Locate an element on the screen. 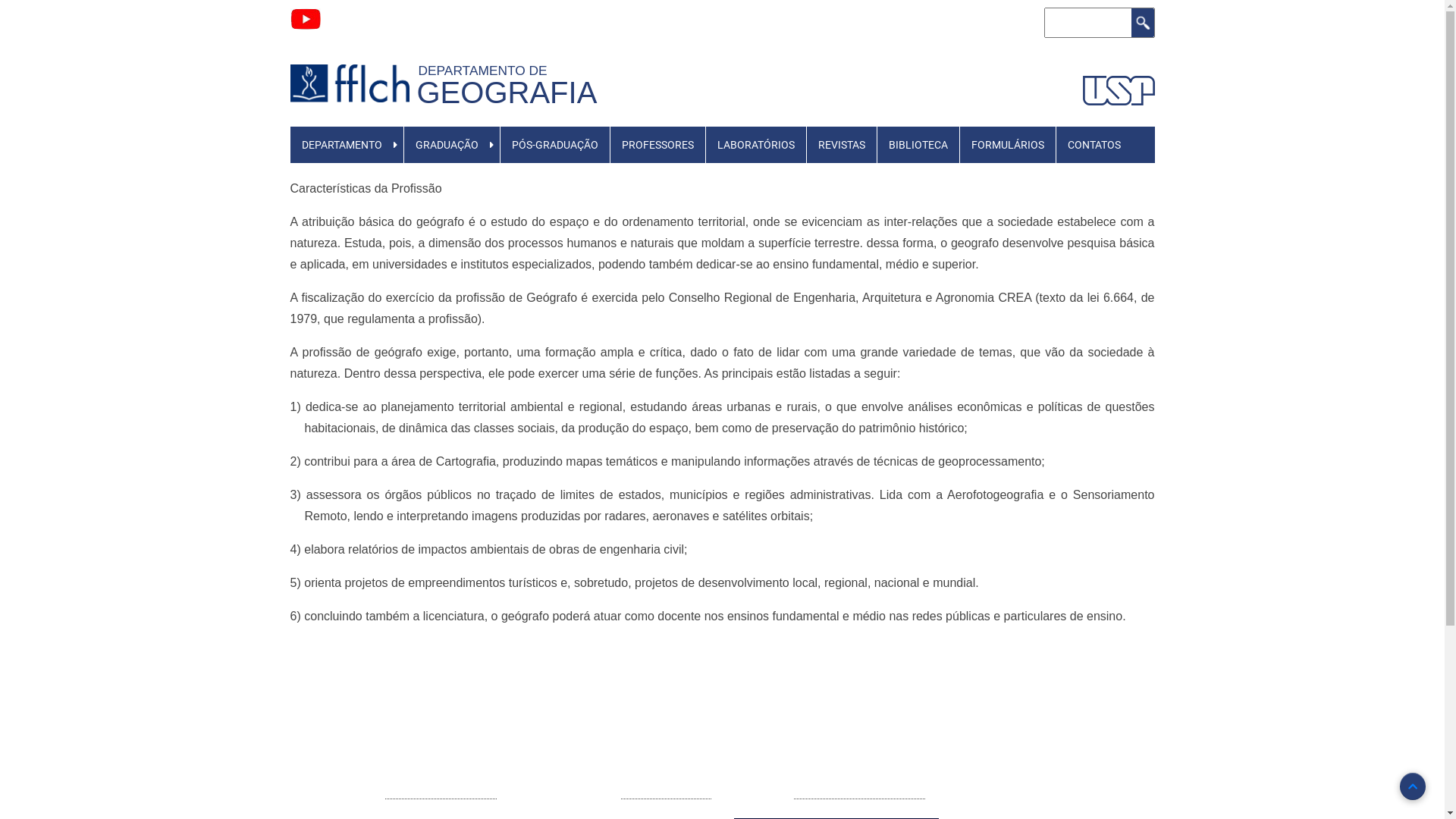 This screenshot has height=819, width=1456. 'GEOGRAFIA' is located at coordinates (417, 93).